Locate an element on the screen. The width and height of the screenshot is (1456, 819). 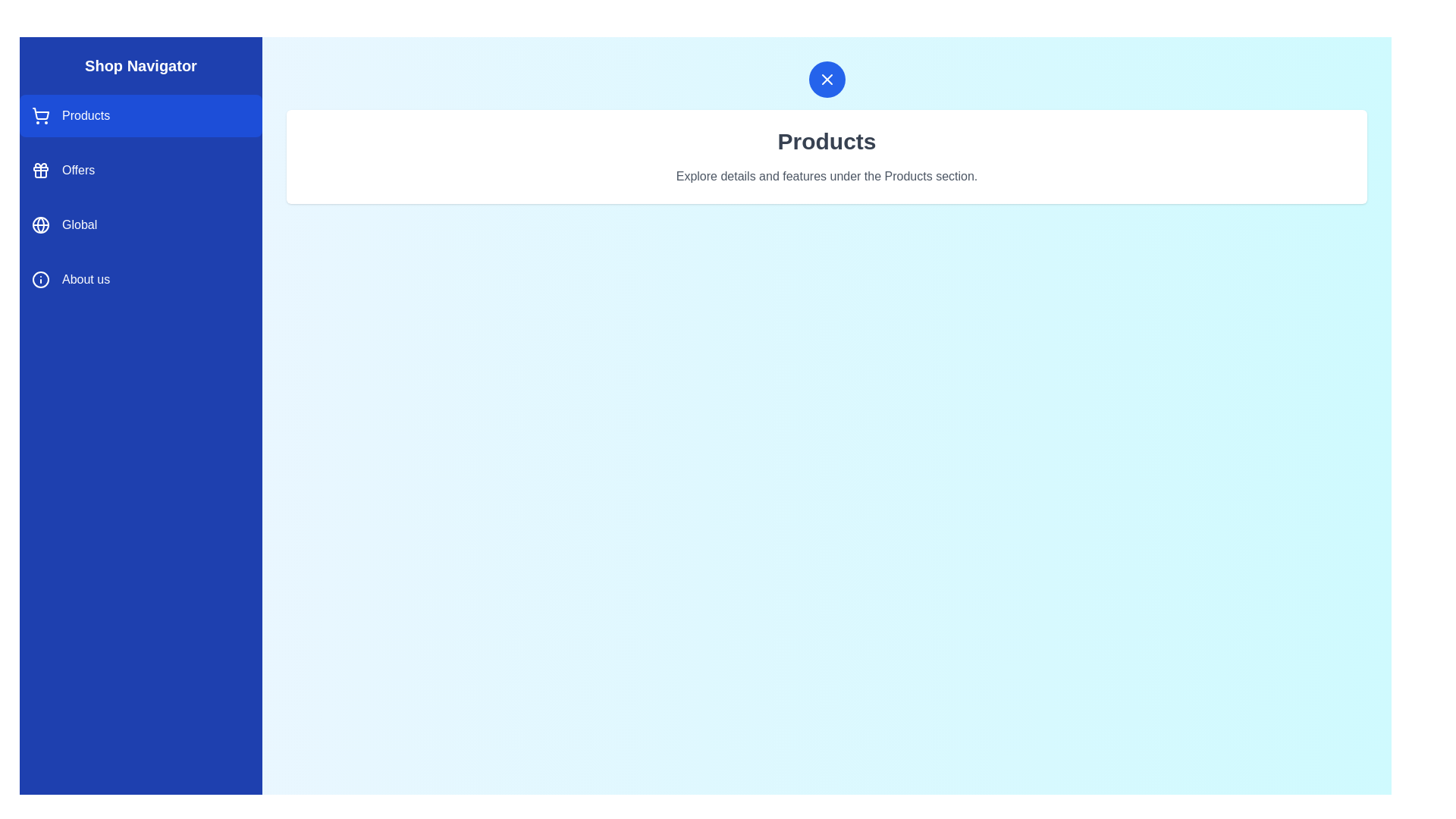
the section title 'Products' to interact with it is located at coordinates (826, 141).